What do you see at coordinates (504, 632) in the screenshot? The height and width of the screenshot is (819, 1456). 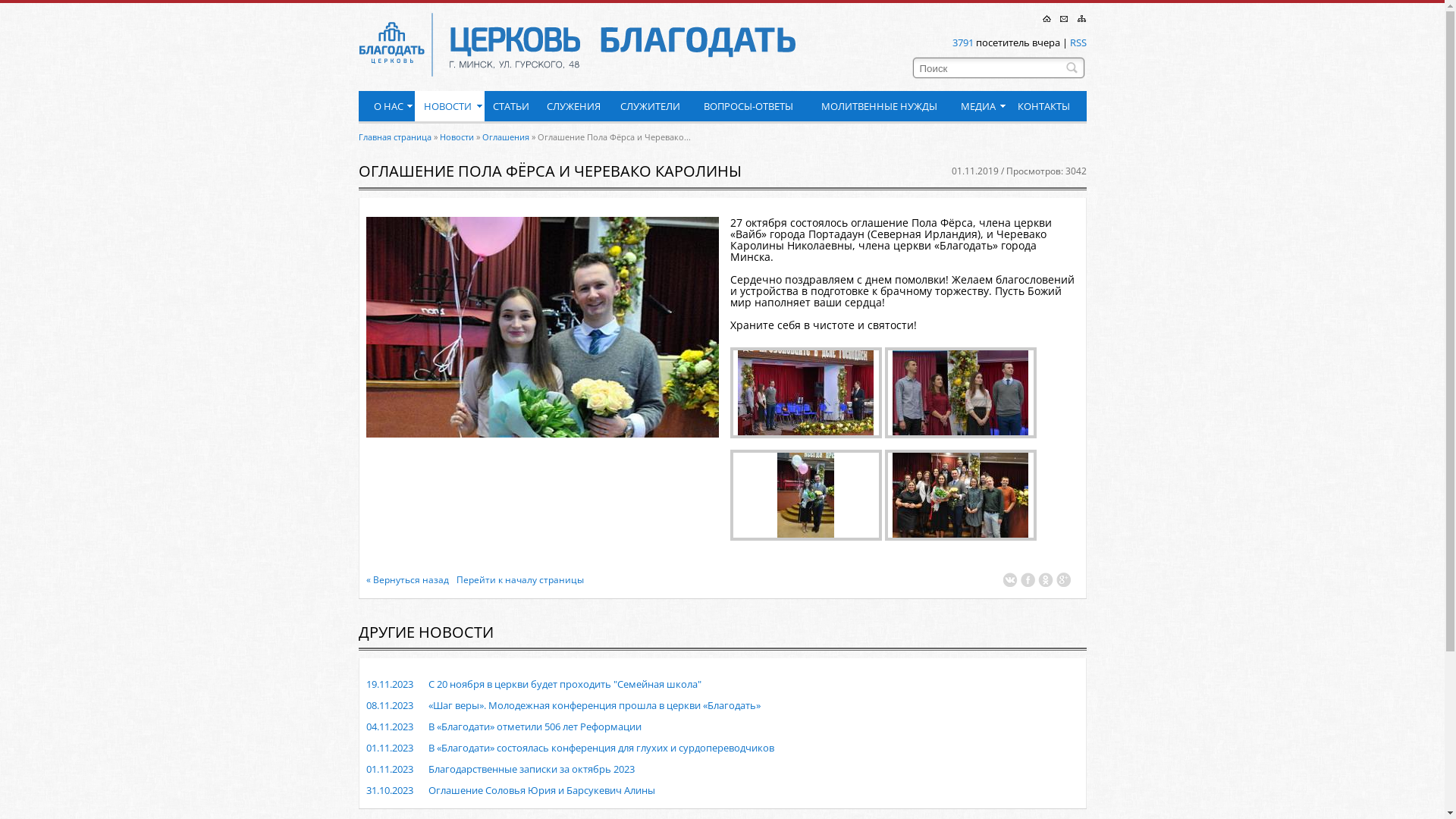 I see `' '` at bounding box center [504, 632].